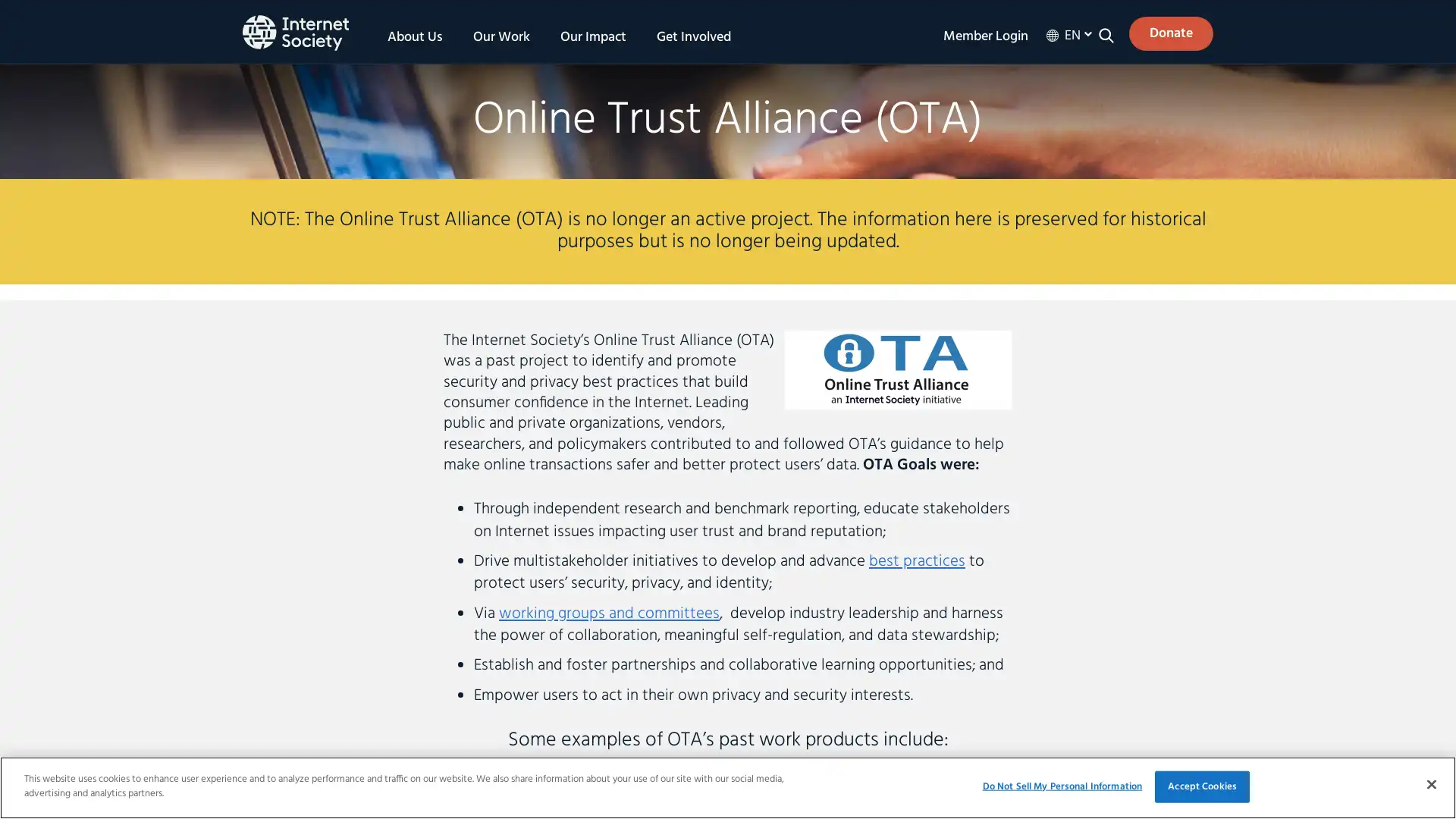 This screenshot has height=819, width=1456. What do you see at coordinates (1061, 786) in the screenshot?
I see `Do Not Sell My Personal Information` at bounding box center [1061, 786].